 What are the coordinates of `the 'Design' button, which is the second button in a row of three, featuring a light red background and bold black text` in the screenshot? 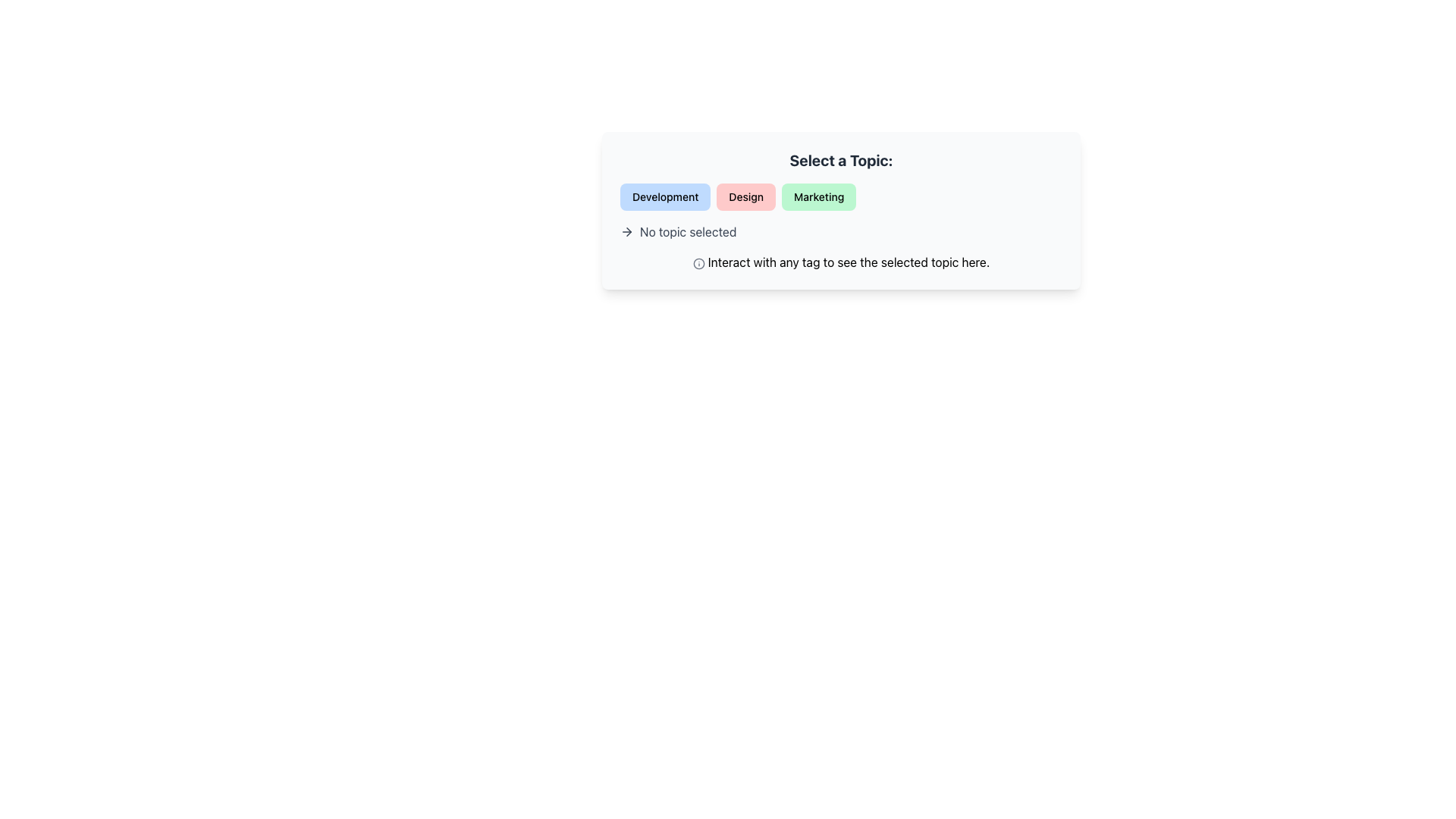 It's located at (746, 196).